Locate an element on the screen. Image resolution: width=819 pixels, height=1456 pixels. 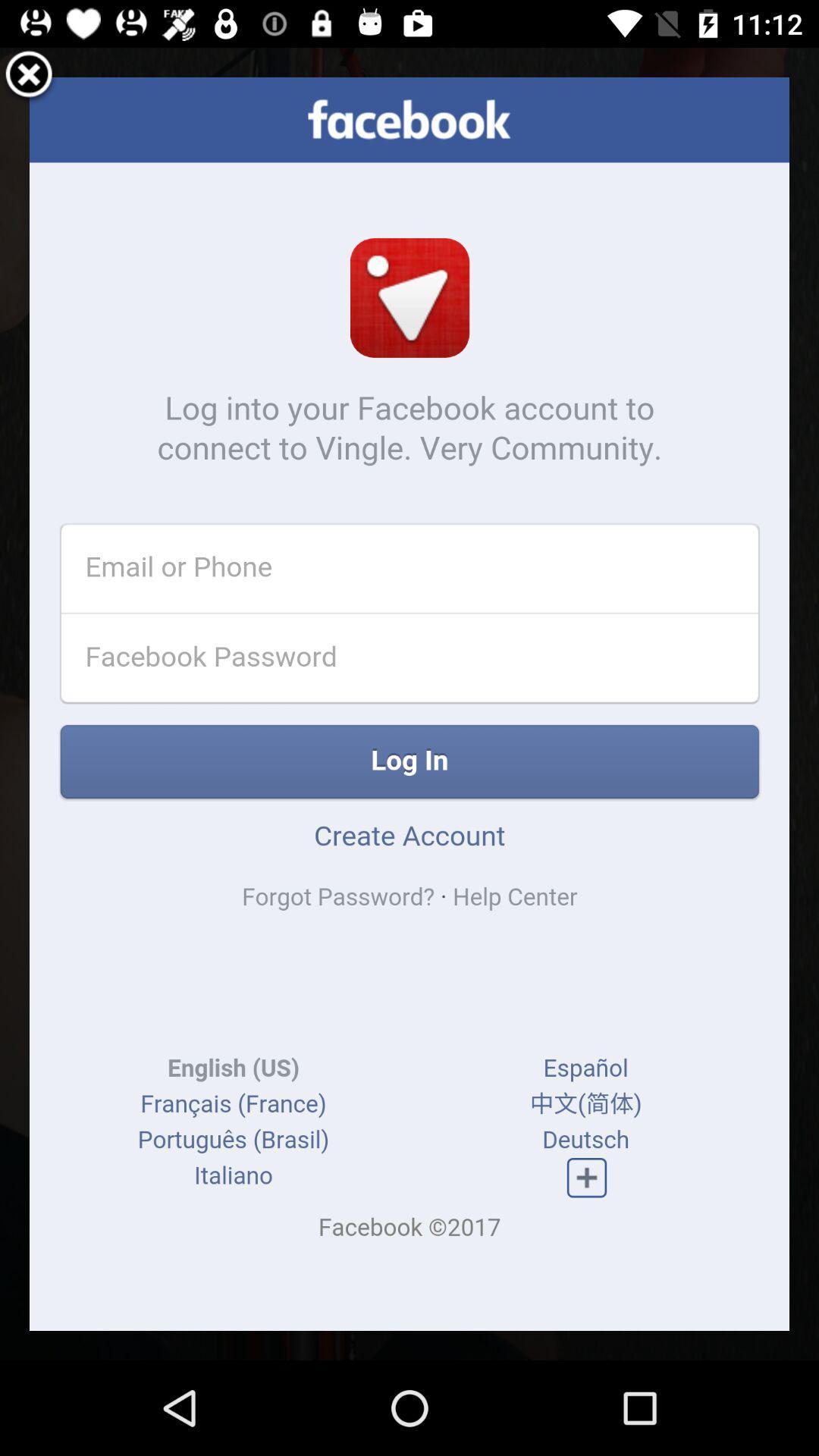
log in to facebook is located at coordinates (409, 703).